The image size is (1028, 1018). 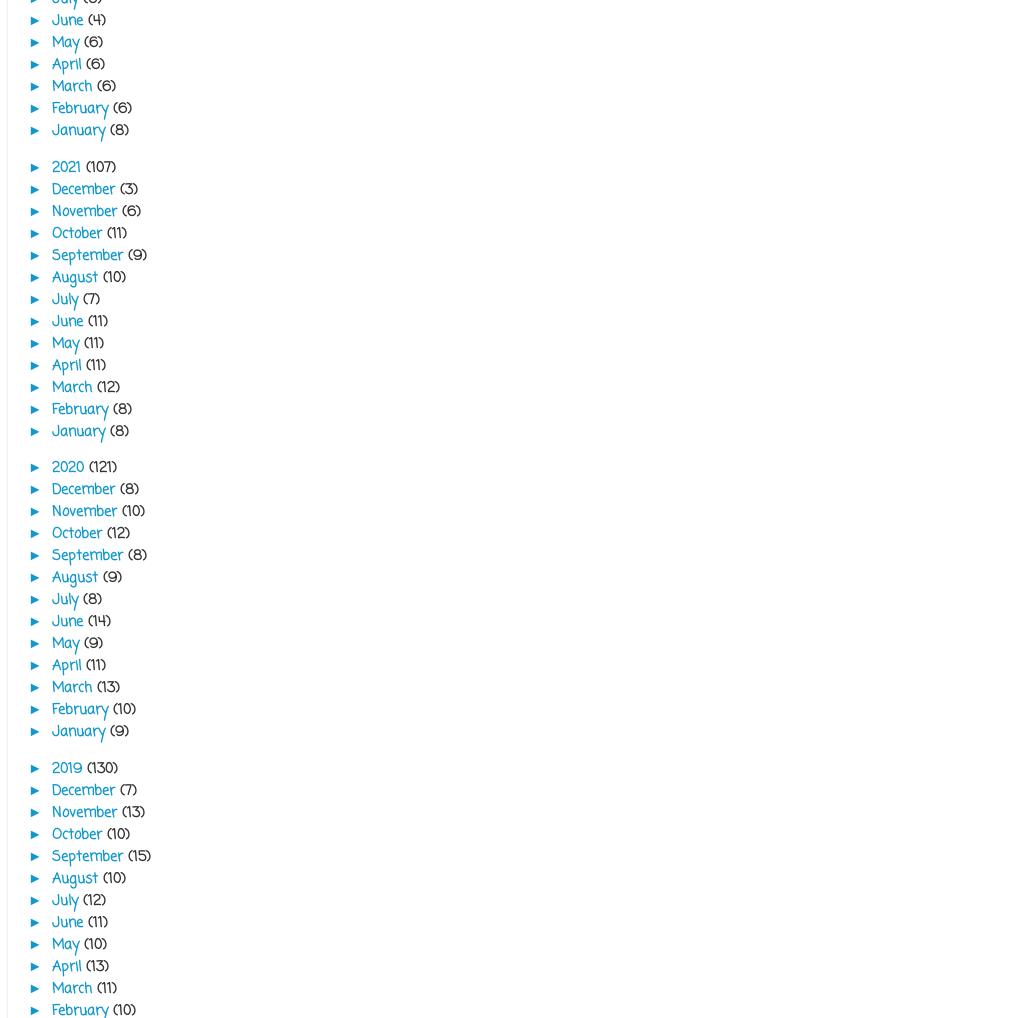 I want to click on '(15)', so click(x=126, y=855).